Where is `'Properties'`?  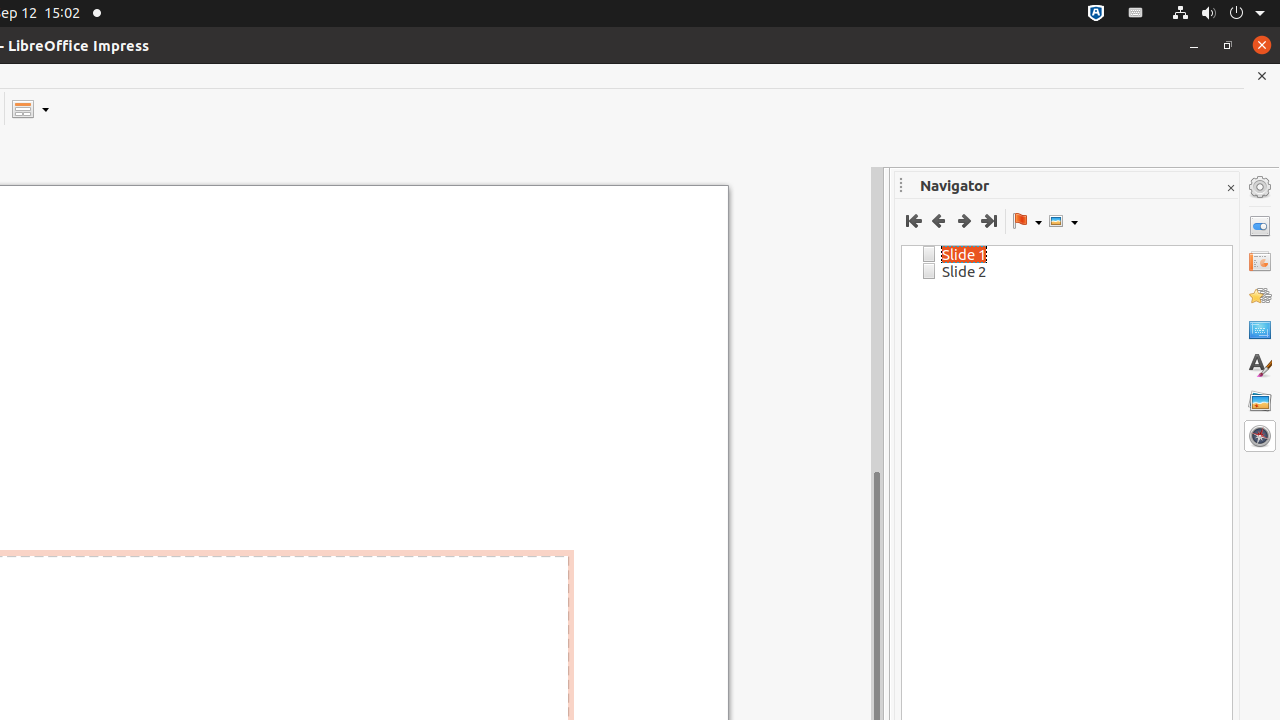
'Properties' is located at coordinates (1259, 225).